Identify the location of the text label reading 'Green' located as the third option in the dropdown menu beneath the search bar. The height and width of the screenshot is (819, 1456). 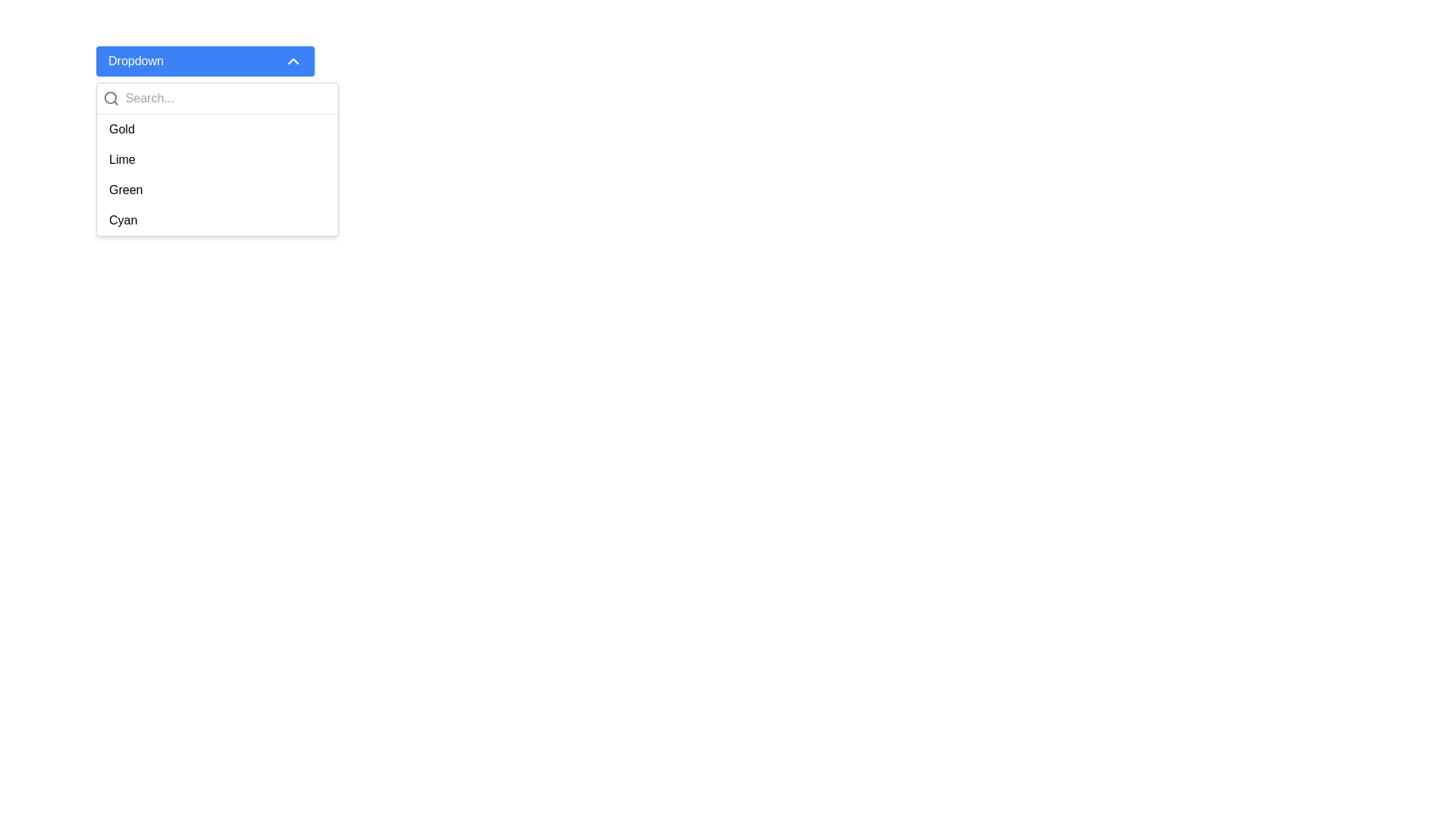
(126, 189).